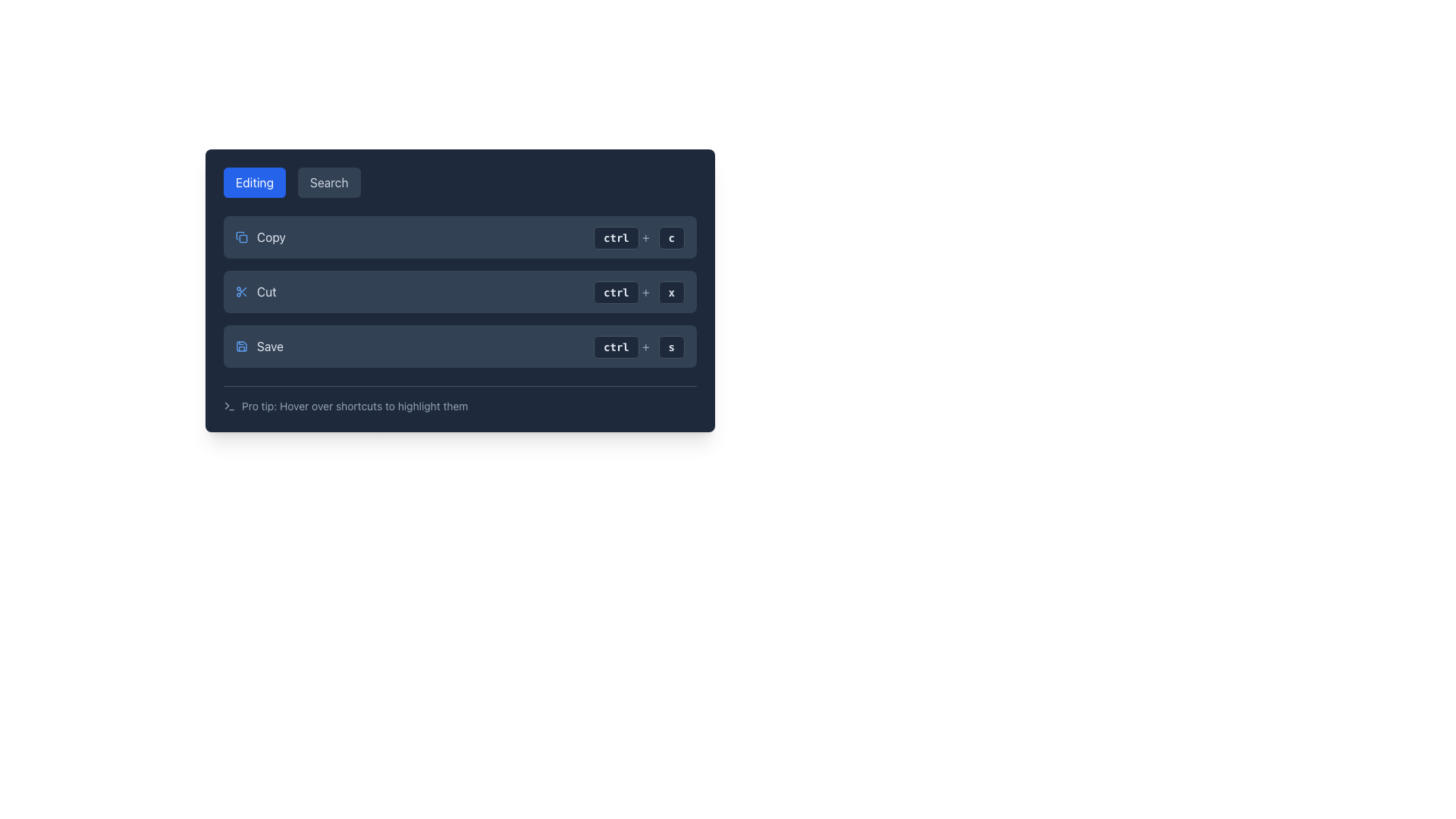 The width and height of the screenshot is (1456, 819). Describe the element at coordinates (354, 406) in the screenshot. I see `the text label located at the bottom of the section` at that location.